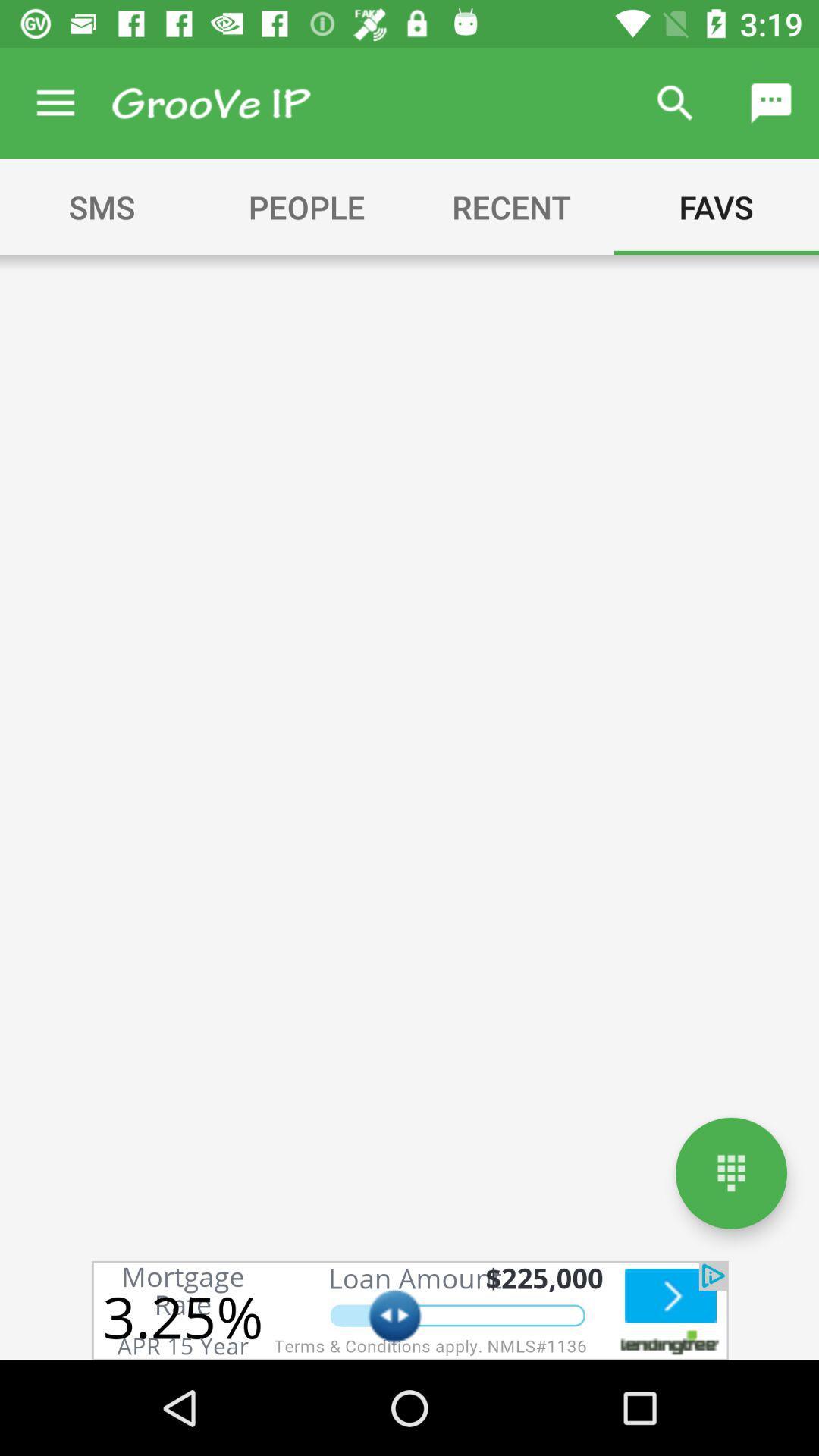  I want to click on open keypad, so click(730, 1172).